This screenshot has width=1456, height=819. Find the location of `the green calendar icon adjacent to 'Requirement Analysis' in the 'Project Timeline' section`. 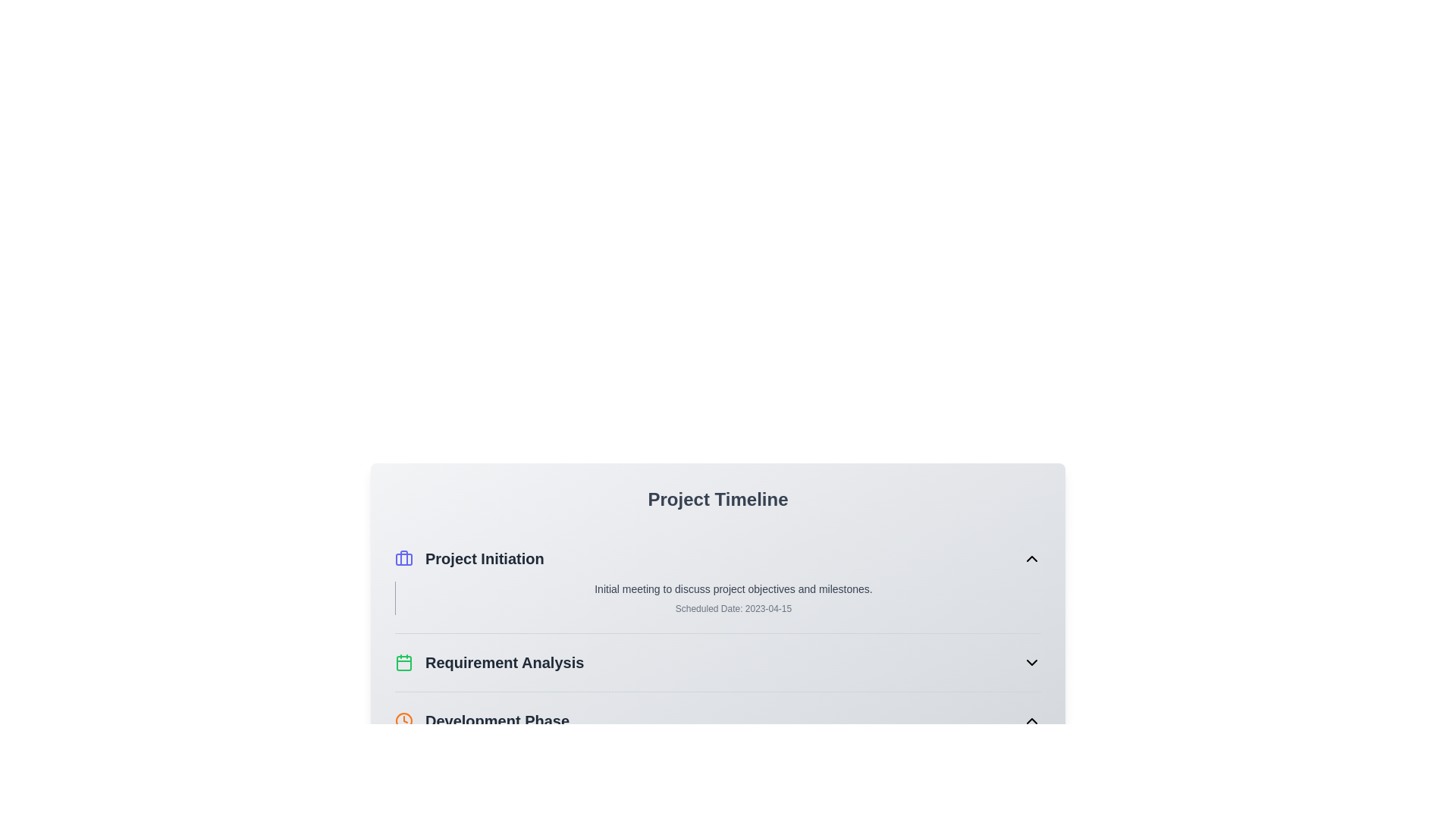

the green calendar icon adjacent to 'Requirement Analysis' in the 'Project Timeline' section is located at coordinates (403, 662).